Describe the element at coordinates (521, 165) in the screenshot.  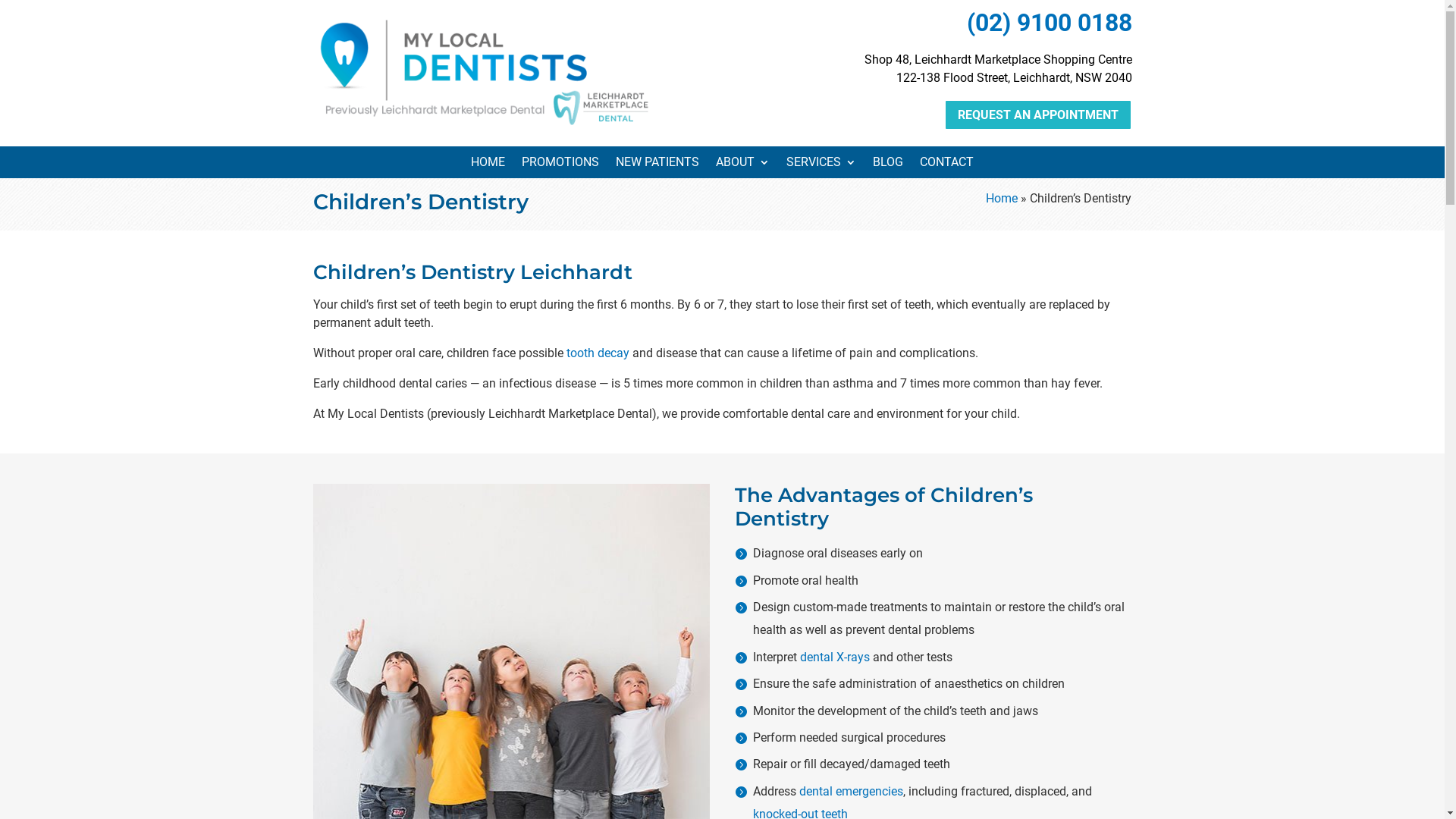
I see `'PROMOTIONS'` at that location.